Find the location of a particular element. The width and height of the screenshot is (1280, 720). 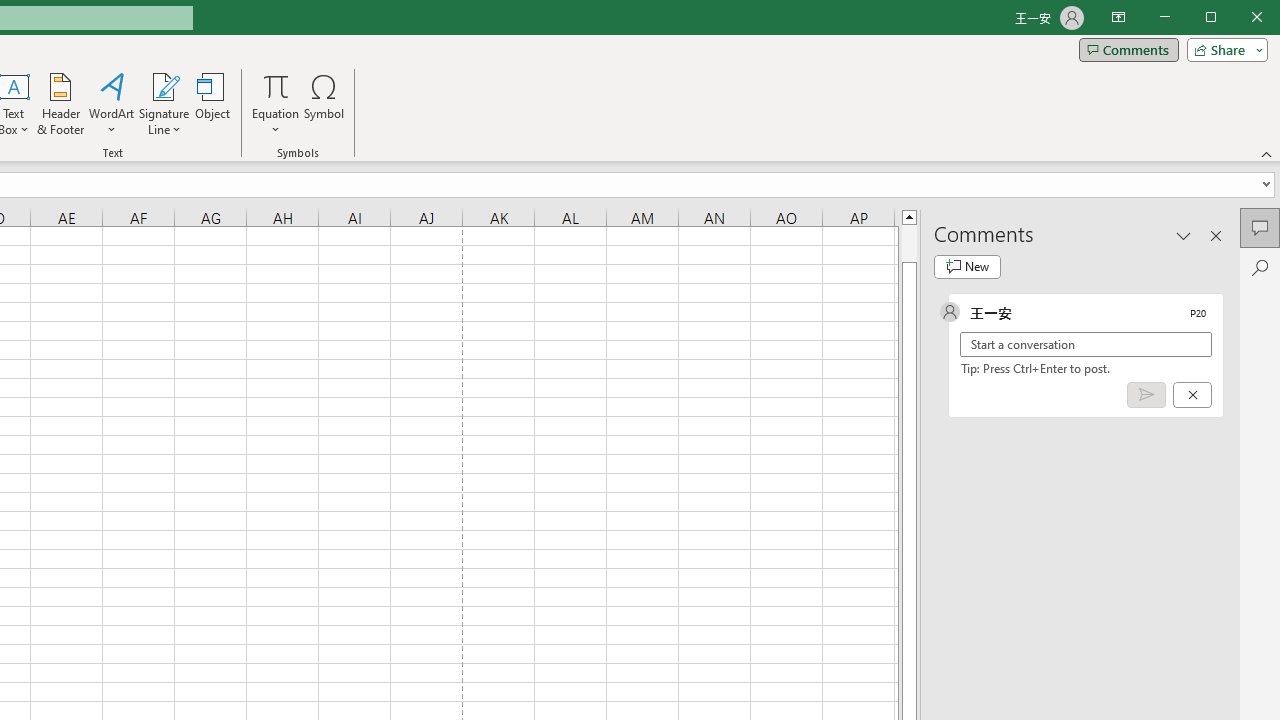

'WordArt' is located at coordinates (111, 104).